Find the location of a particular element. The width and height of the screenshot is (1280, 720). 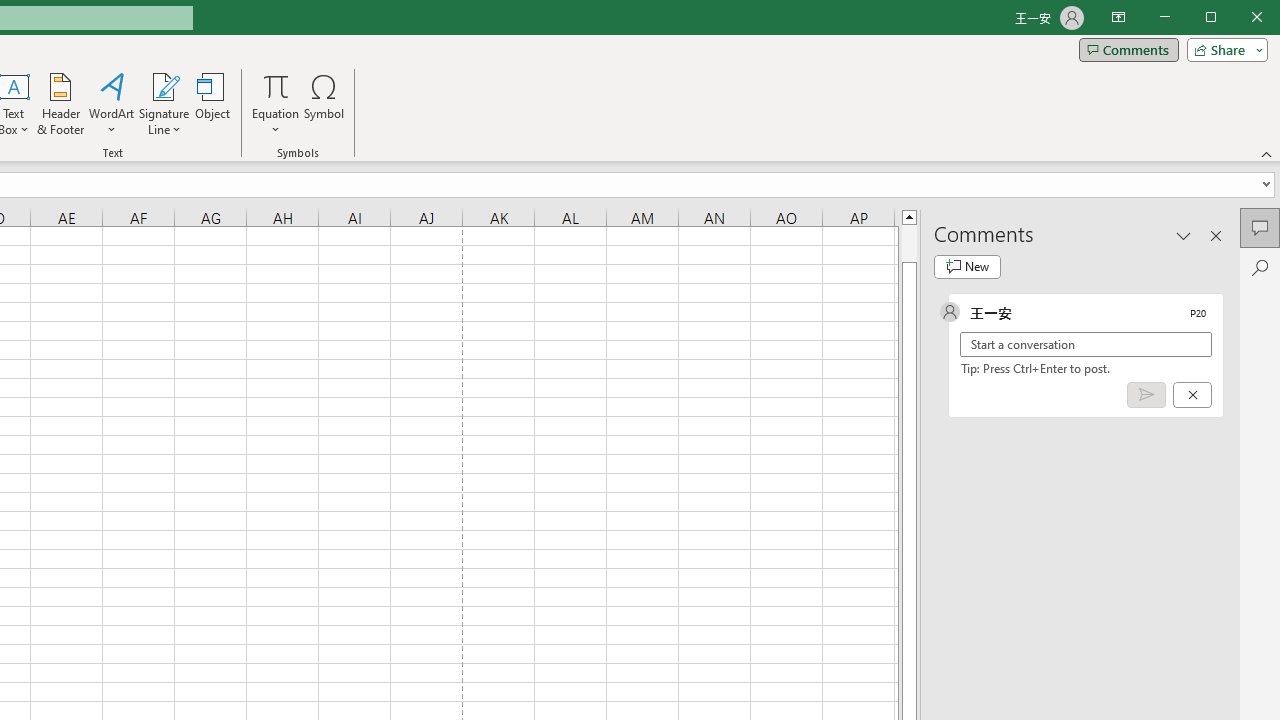

'WordArt' is located at coordinates (111, 104).